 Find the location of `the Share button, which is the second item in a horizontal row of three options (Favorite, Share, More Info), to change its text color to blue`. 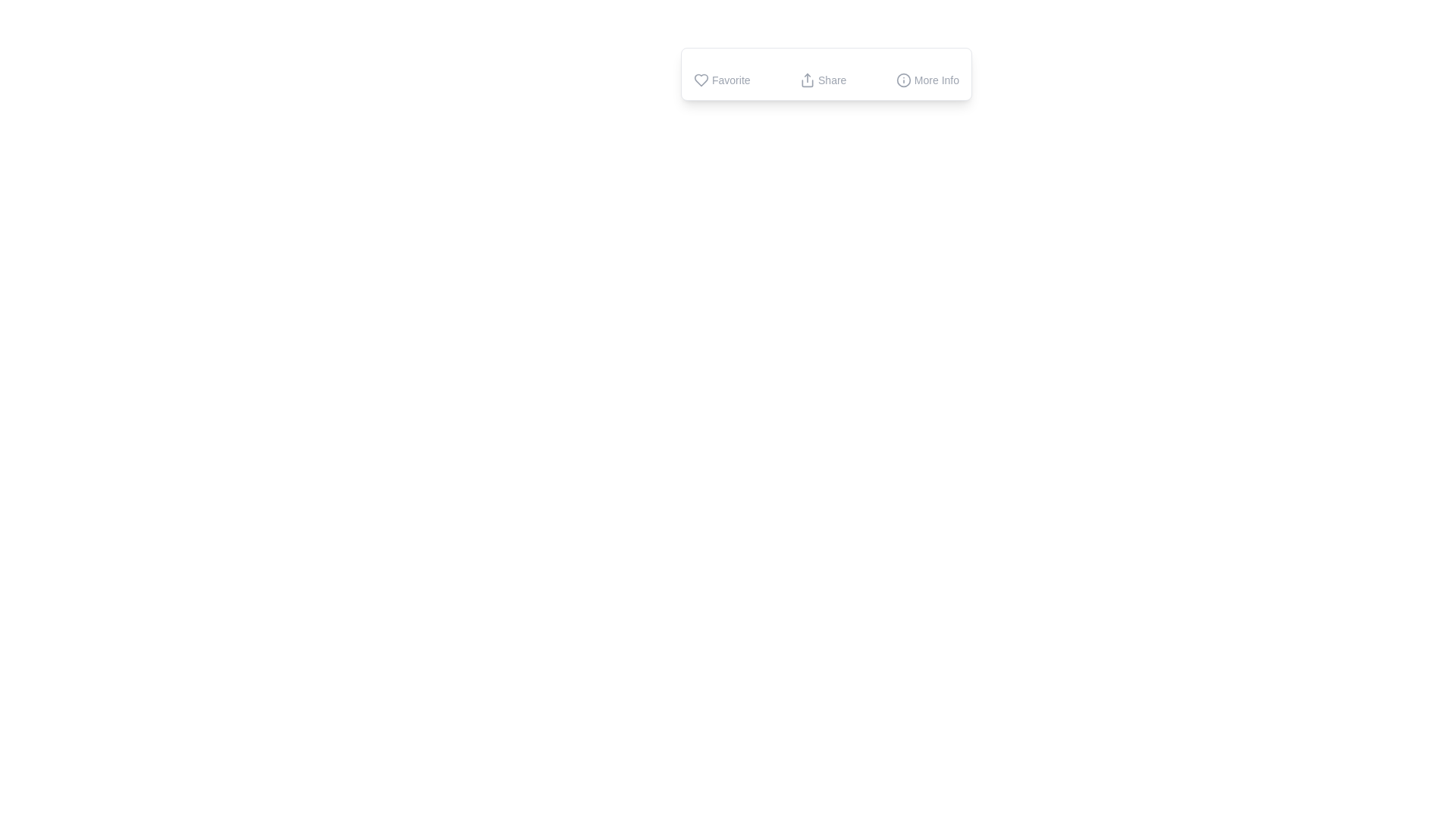

the Share button, which is the second item in a horizontal row of three options (Favorite, Share, More Info), to change its text color to blue is located at coordinates (825, 74).